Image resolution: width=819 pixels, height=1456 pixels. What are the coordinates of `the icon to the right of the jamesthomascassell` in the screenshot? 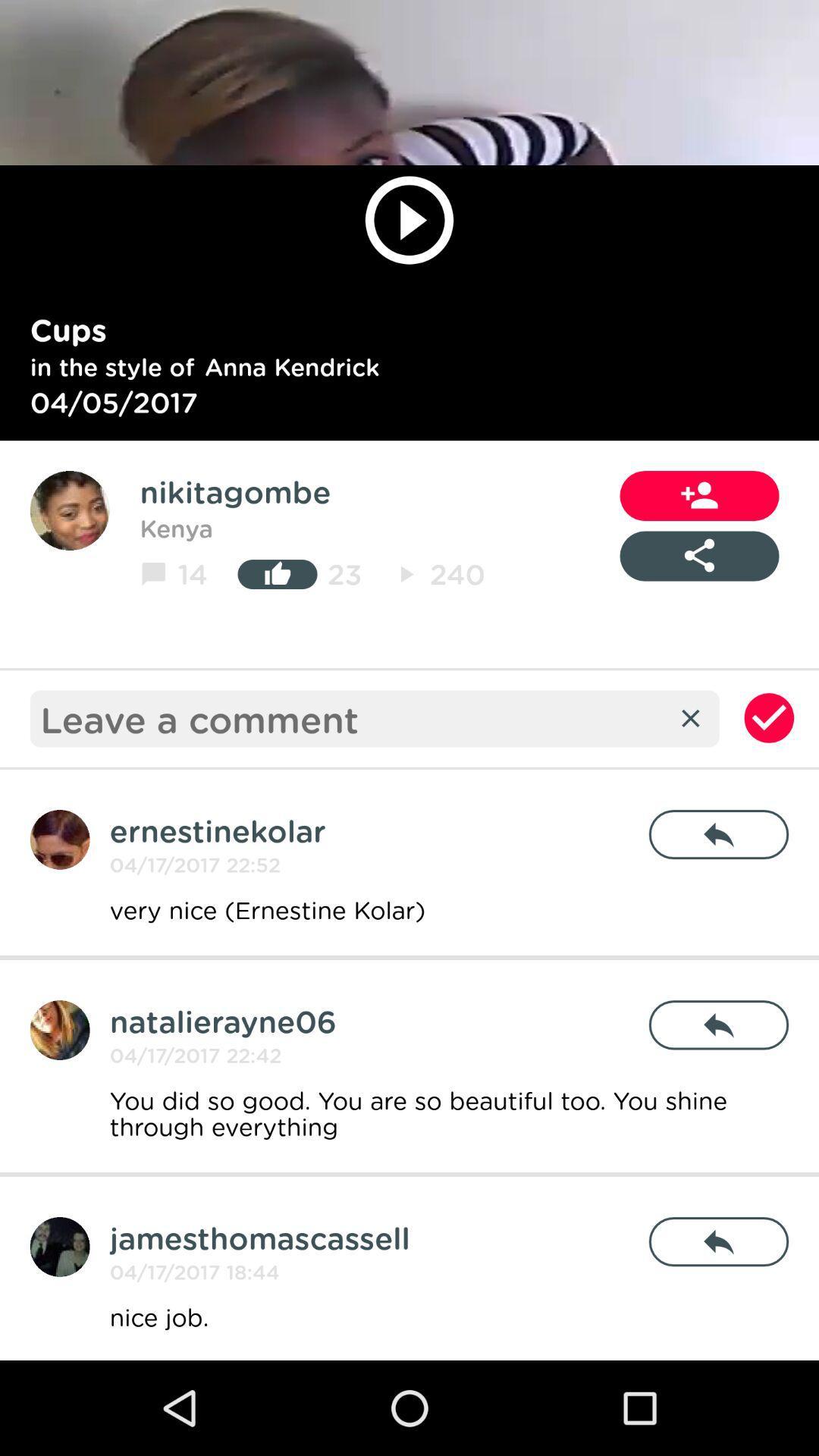 It's located at (718, 1241).